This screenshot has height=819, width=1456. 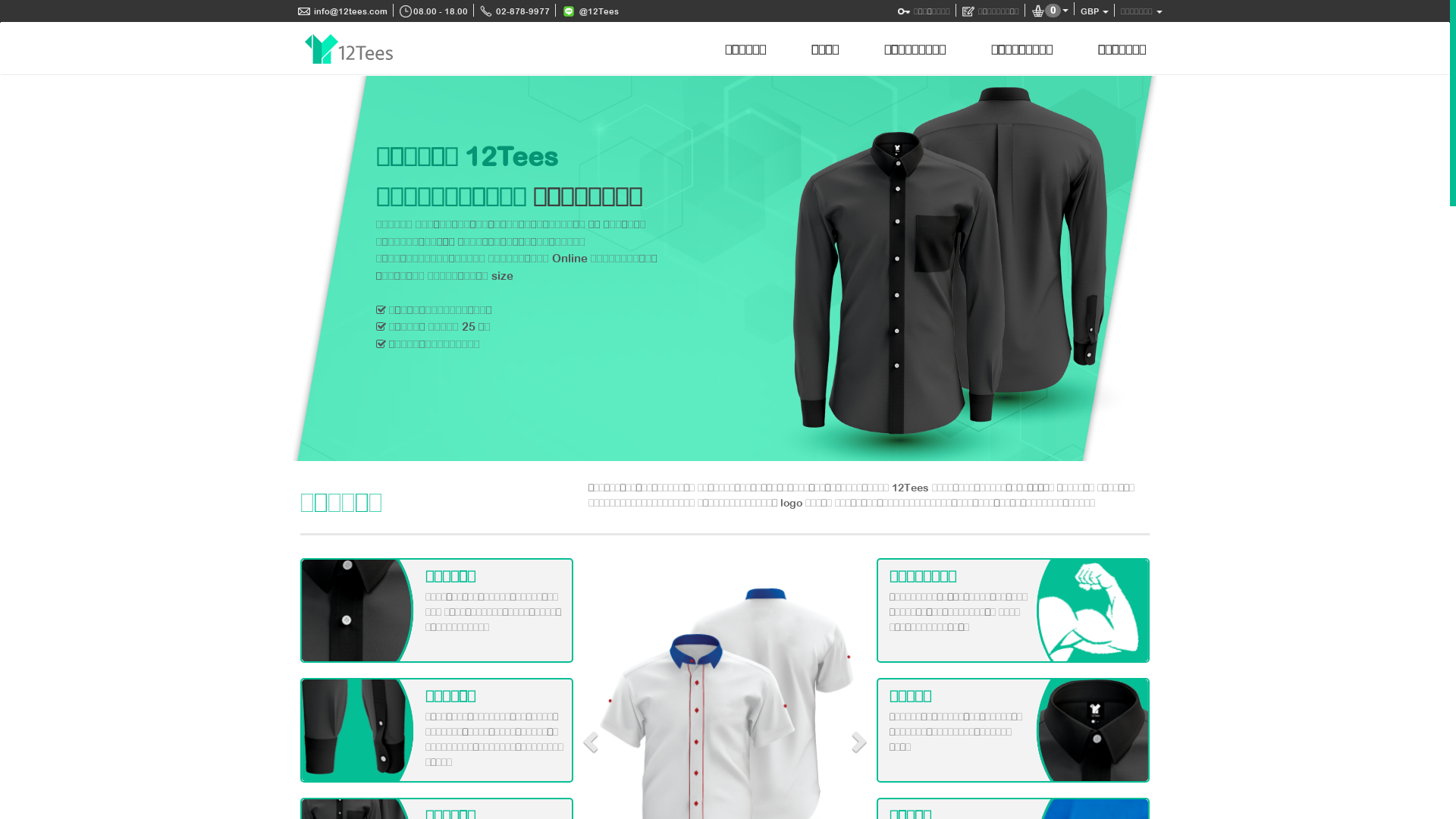 What do you see at coordinates (589, 11) in the screenshot?
I see `'@12Tees'` at bounding box center [589, 11].